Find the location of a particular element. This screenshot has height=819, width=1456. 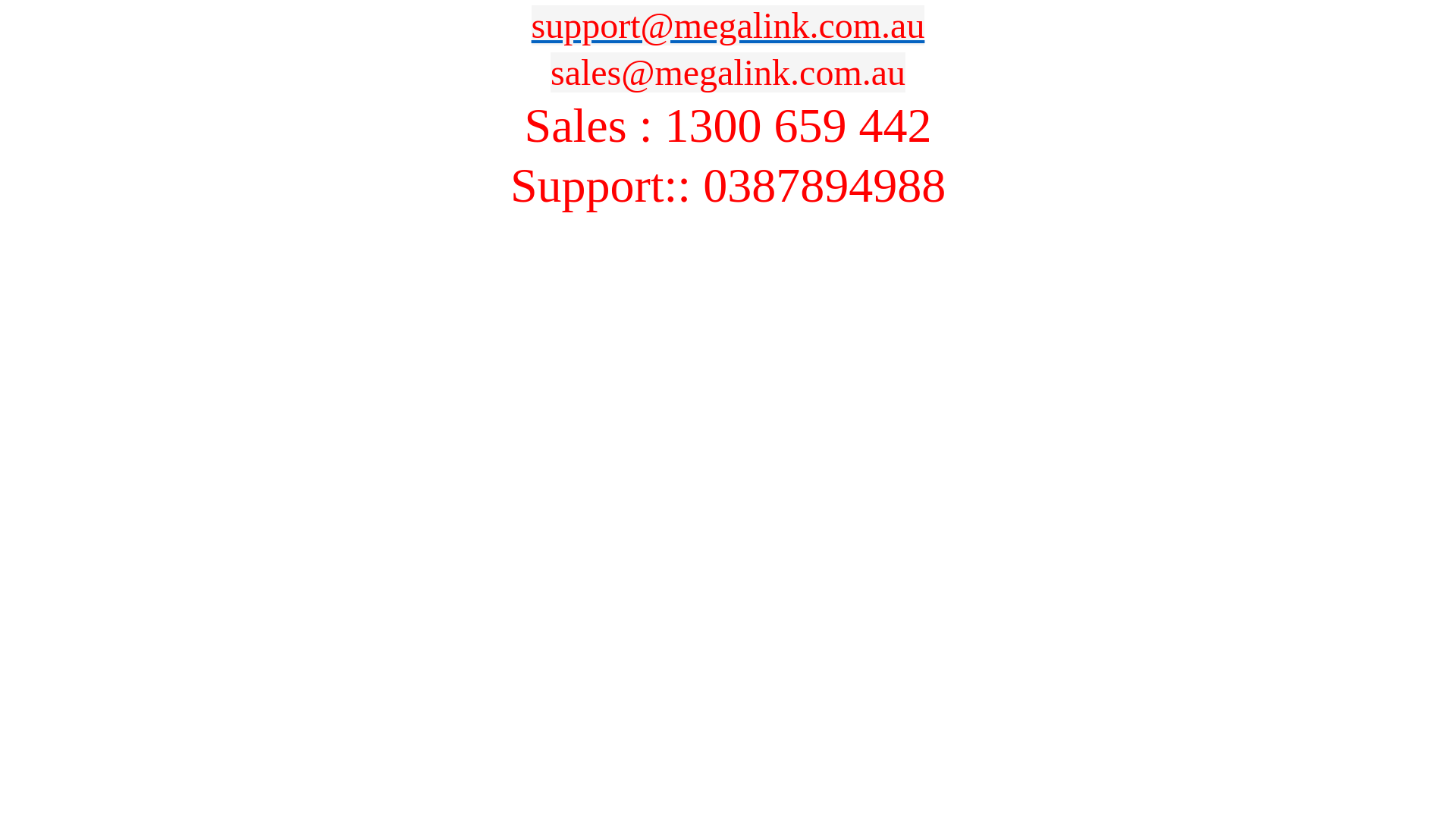

'support@megalink.com.au' is located at coordinates (728, 25).